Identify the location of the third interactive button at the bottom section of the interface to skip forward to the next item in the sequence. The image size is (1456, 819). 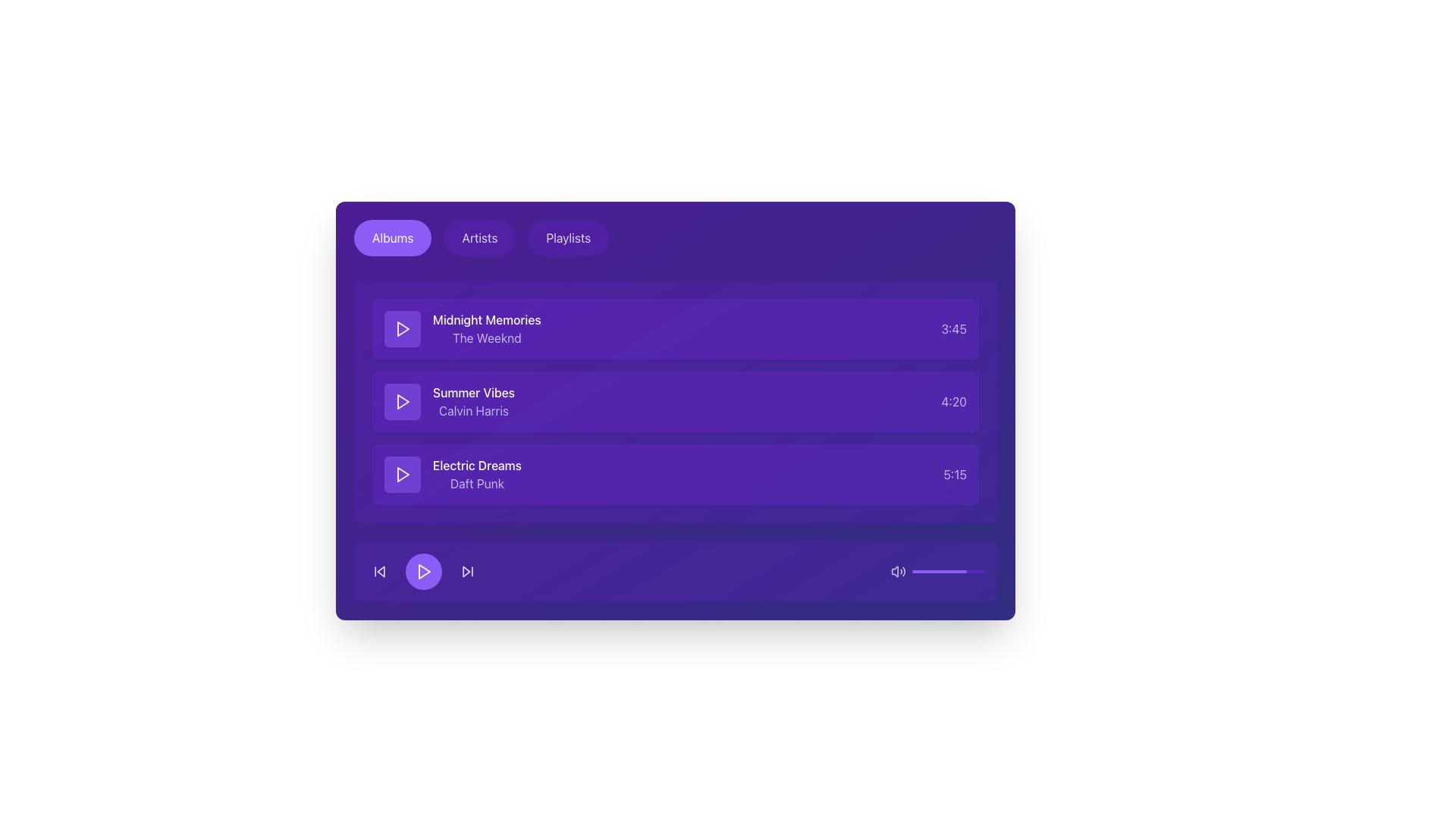
(467, 571).